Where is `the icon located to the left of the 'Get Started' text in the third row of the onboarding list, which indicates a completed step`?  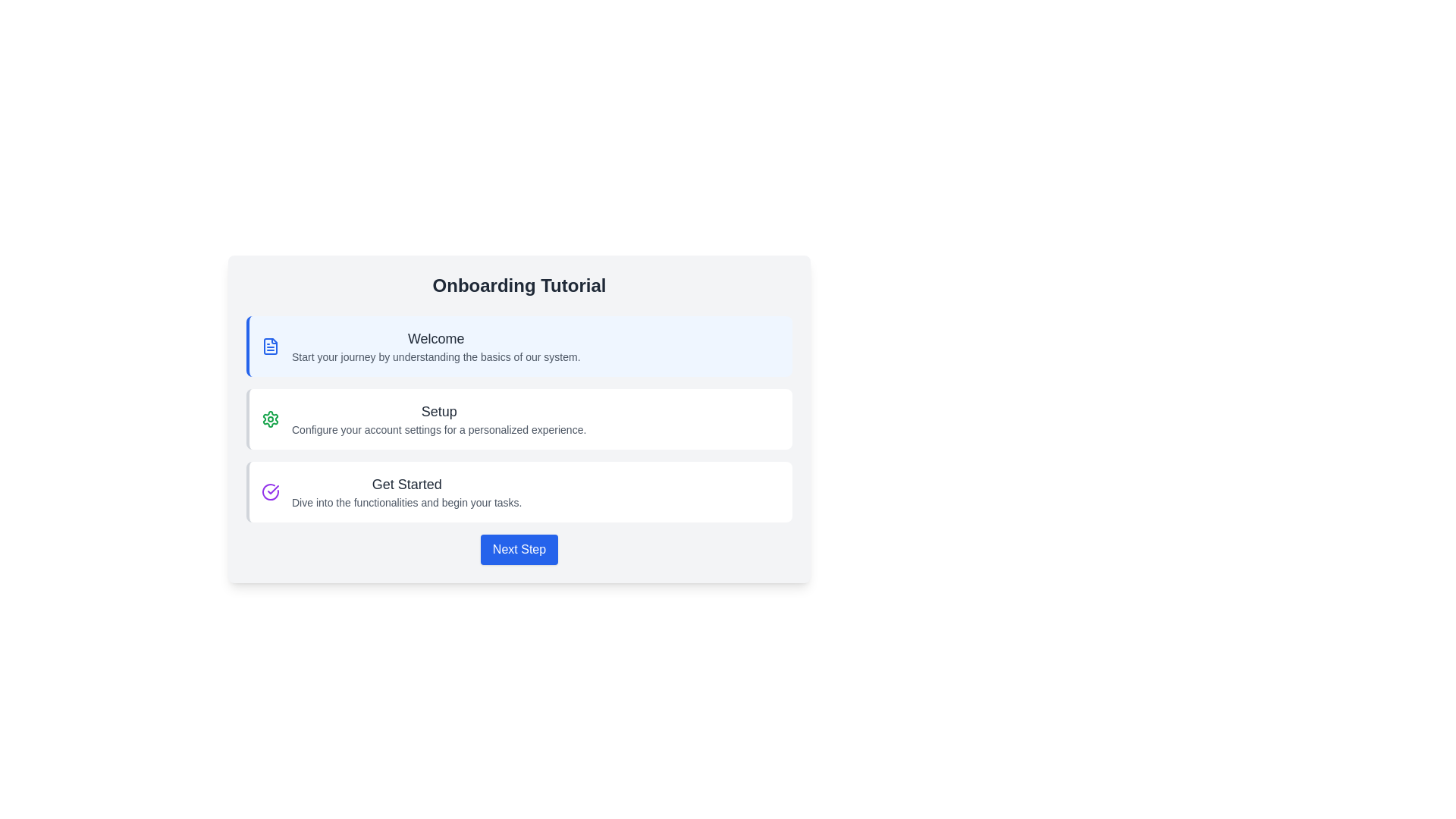
the icon located to the left of the 'Get Started' text in the third row of the onboarding list, which indicates a completed step is located at coordinates (270, 491).